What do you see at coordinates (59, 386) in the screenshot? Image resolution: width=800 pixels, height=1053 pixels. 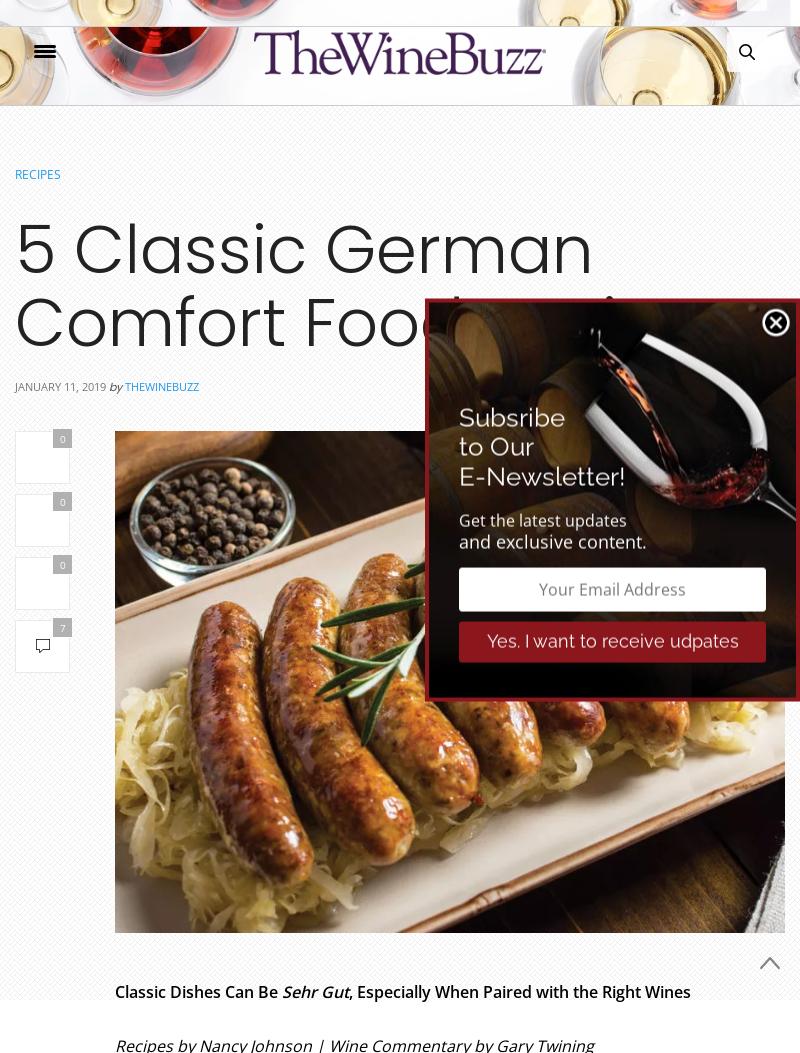 I see `'January 11, 2019'` at bounding box center [59, 386].